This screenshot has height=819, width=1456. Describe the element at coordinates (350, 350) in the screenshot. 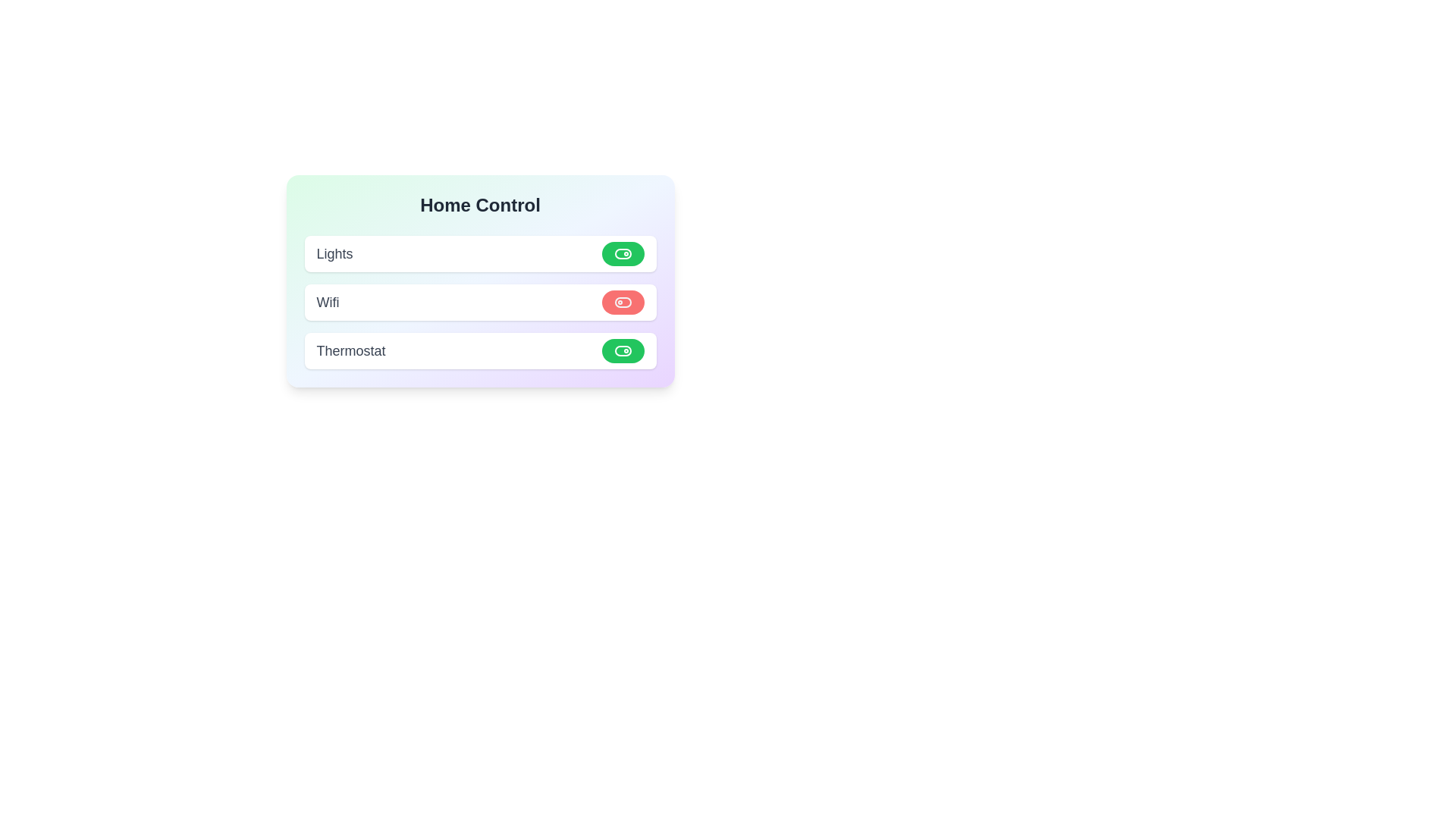

I see `the text label indicating the thermostat control, which is positioned to the left of the toggle switch within a card in a vertical list of items including 'Lights,' 'Wifi,' and 'Thermostat.'` at that location.